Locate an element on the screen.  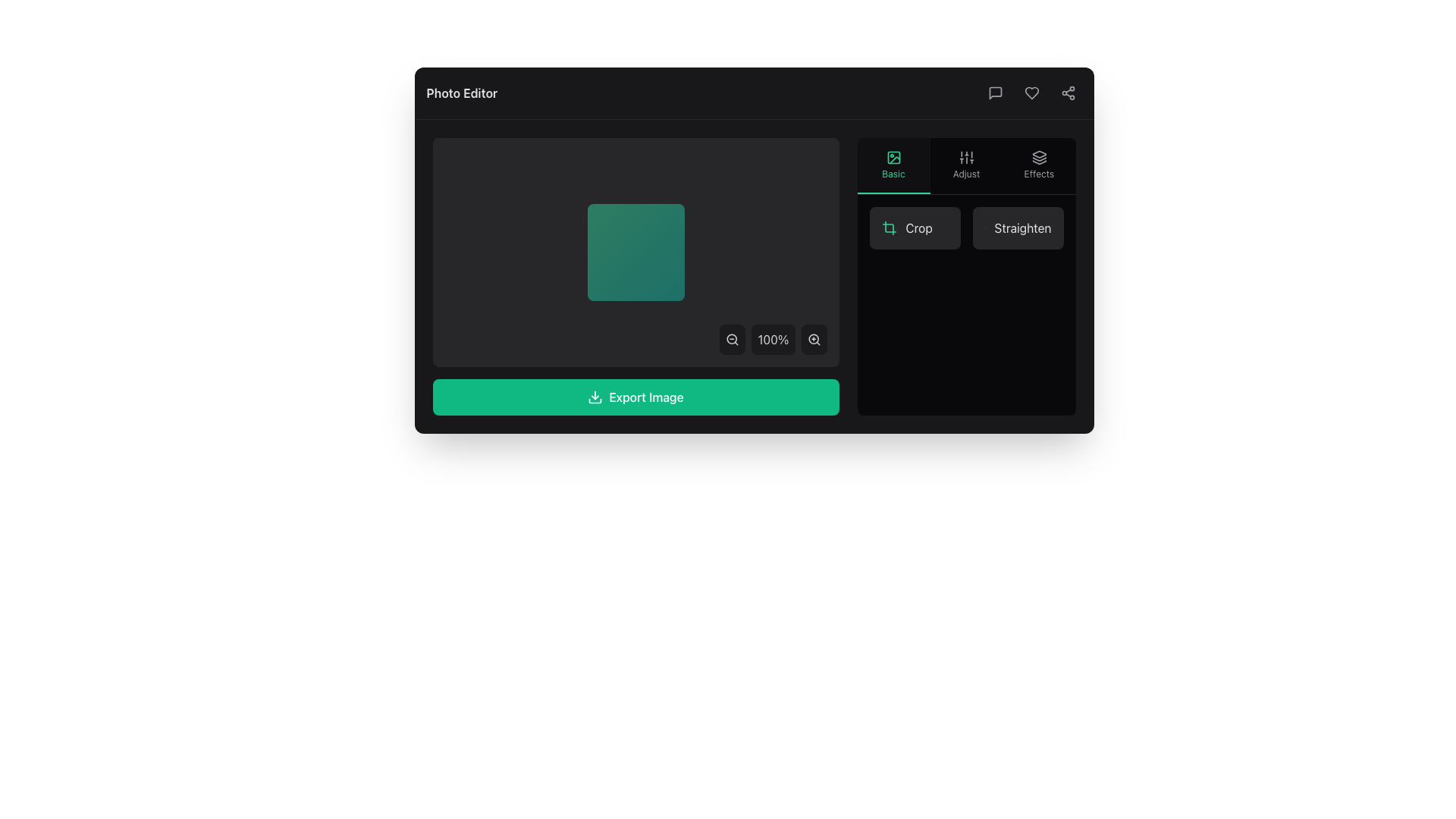
the text label that provides a description for the settings icon, located beneath the sliders icon in a vertical stack of options is located at coordinates (965, 174).